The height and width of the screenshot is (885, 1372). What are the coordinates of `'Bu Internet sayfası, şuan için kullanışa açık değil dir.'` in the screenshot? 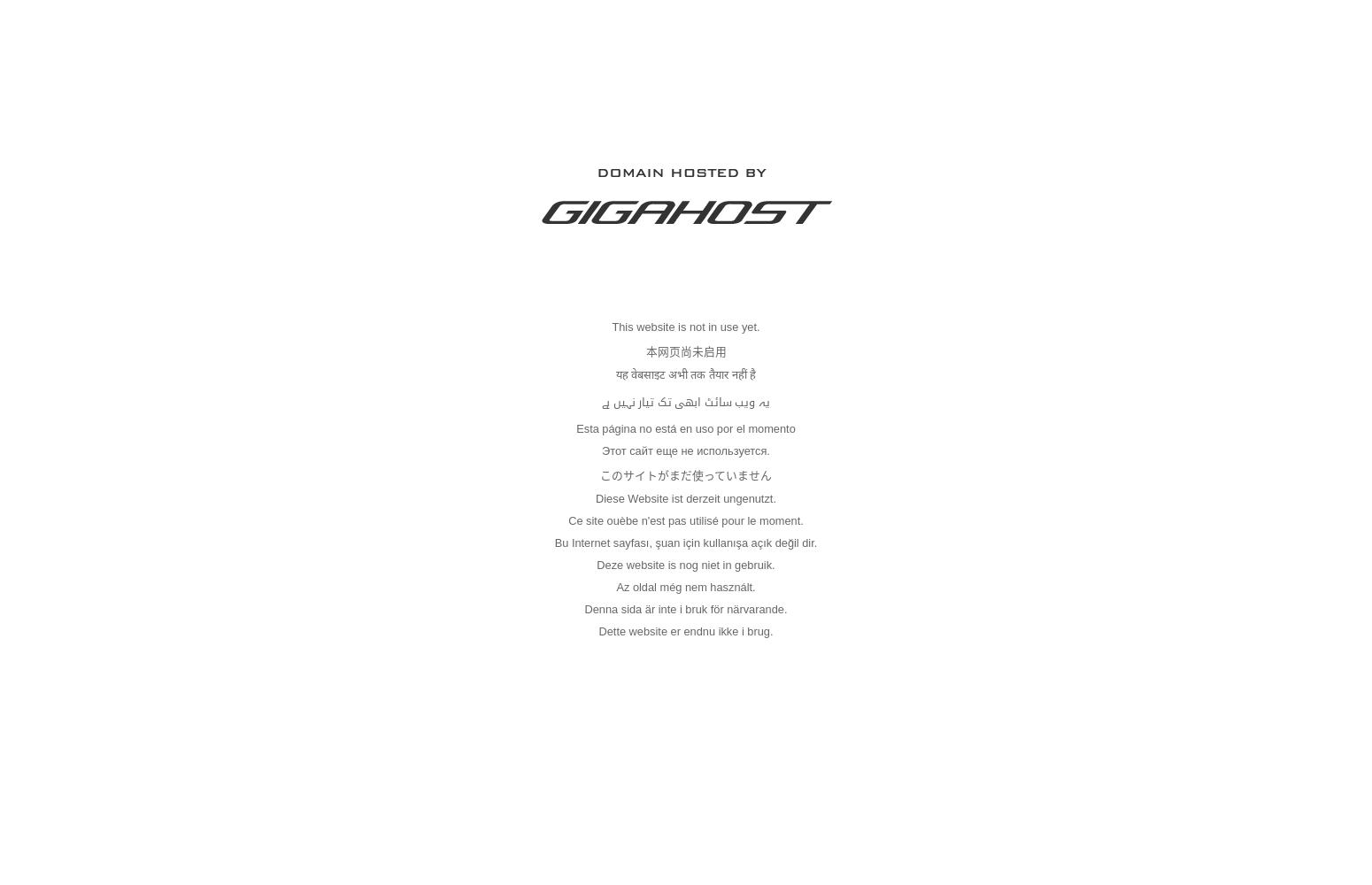 It's located at (685, 542).